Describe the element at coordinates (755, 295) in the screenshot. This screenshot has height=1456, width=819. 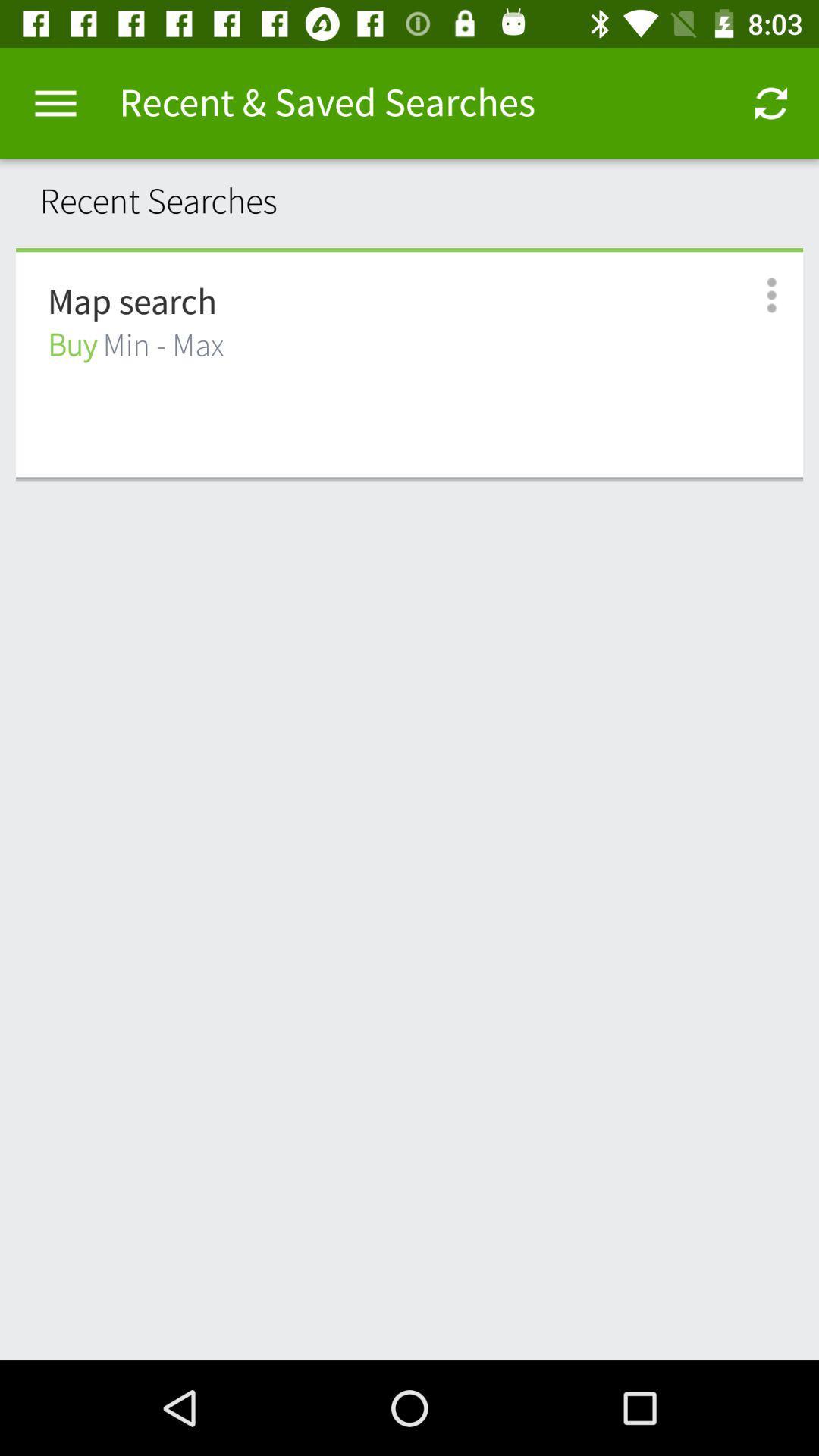
I see `see menu` at that location.